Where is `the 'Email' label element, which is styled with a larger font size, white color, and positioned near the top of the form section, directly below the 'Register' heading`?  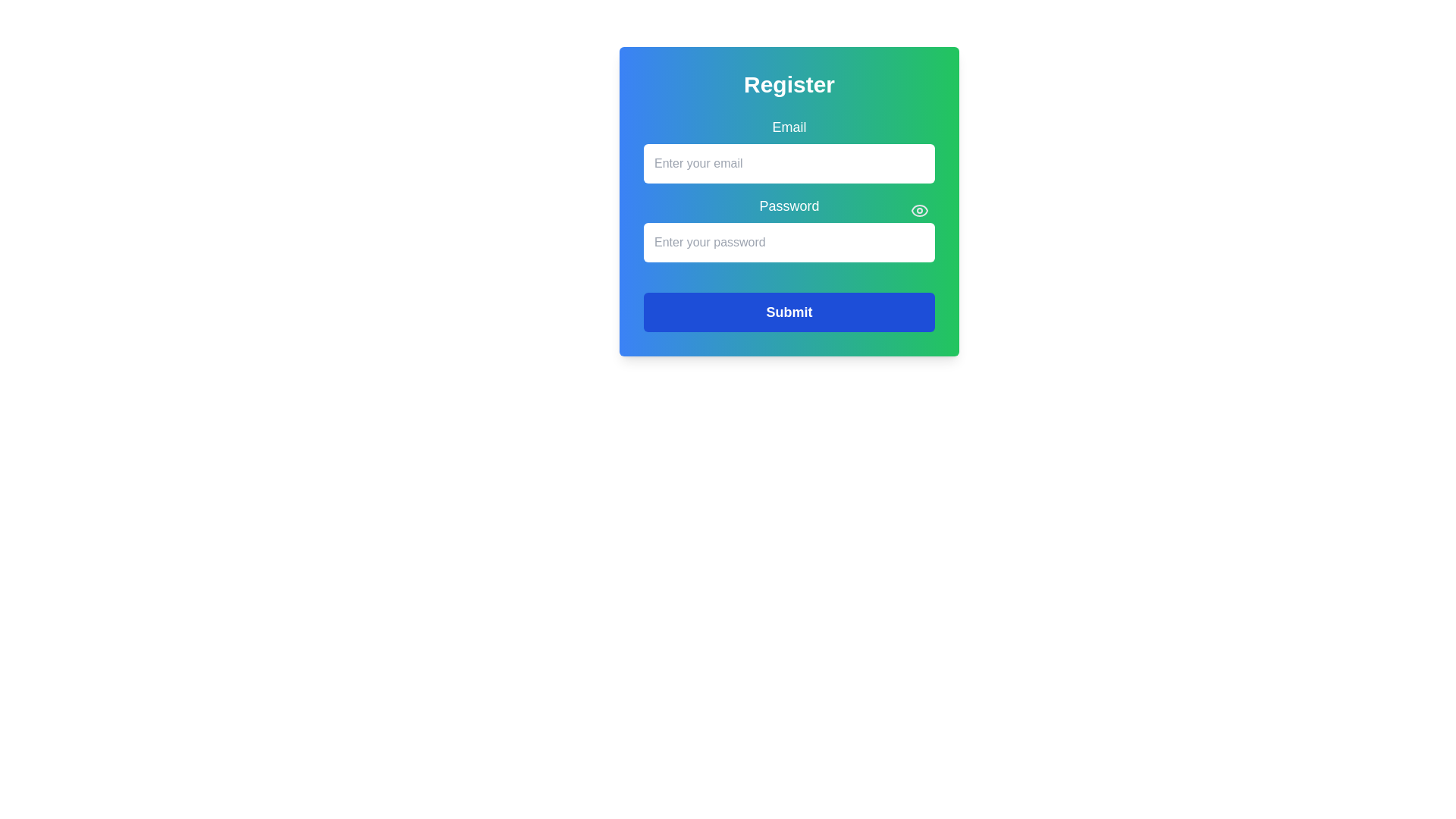 the 'Email' label element, which is styled with a larger font size, white color, and positioned near the top of the form section, directly below the 'Register' heading is located at coordinates (789, 127).